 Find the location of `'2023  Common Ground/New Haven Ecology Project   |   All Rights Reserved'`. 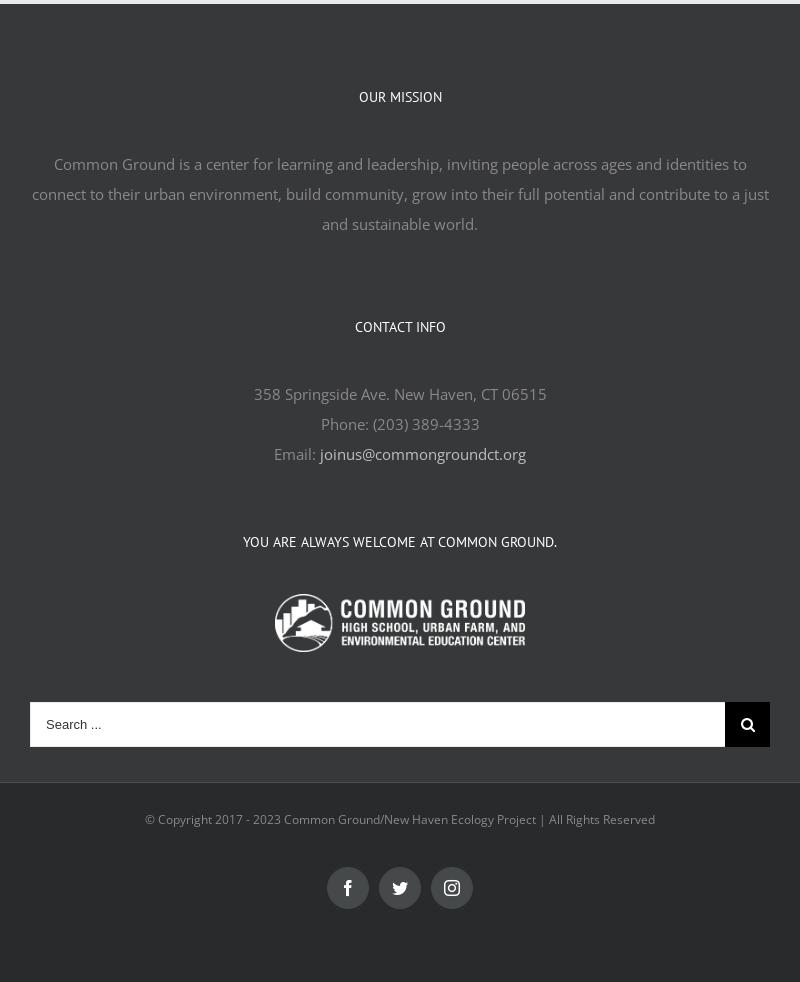

'2023  Common Ground/New Haven Ecology Project   |   All Rights Reserved' is located at coordinates (453, 818).